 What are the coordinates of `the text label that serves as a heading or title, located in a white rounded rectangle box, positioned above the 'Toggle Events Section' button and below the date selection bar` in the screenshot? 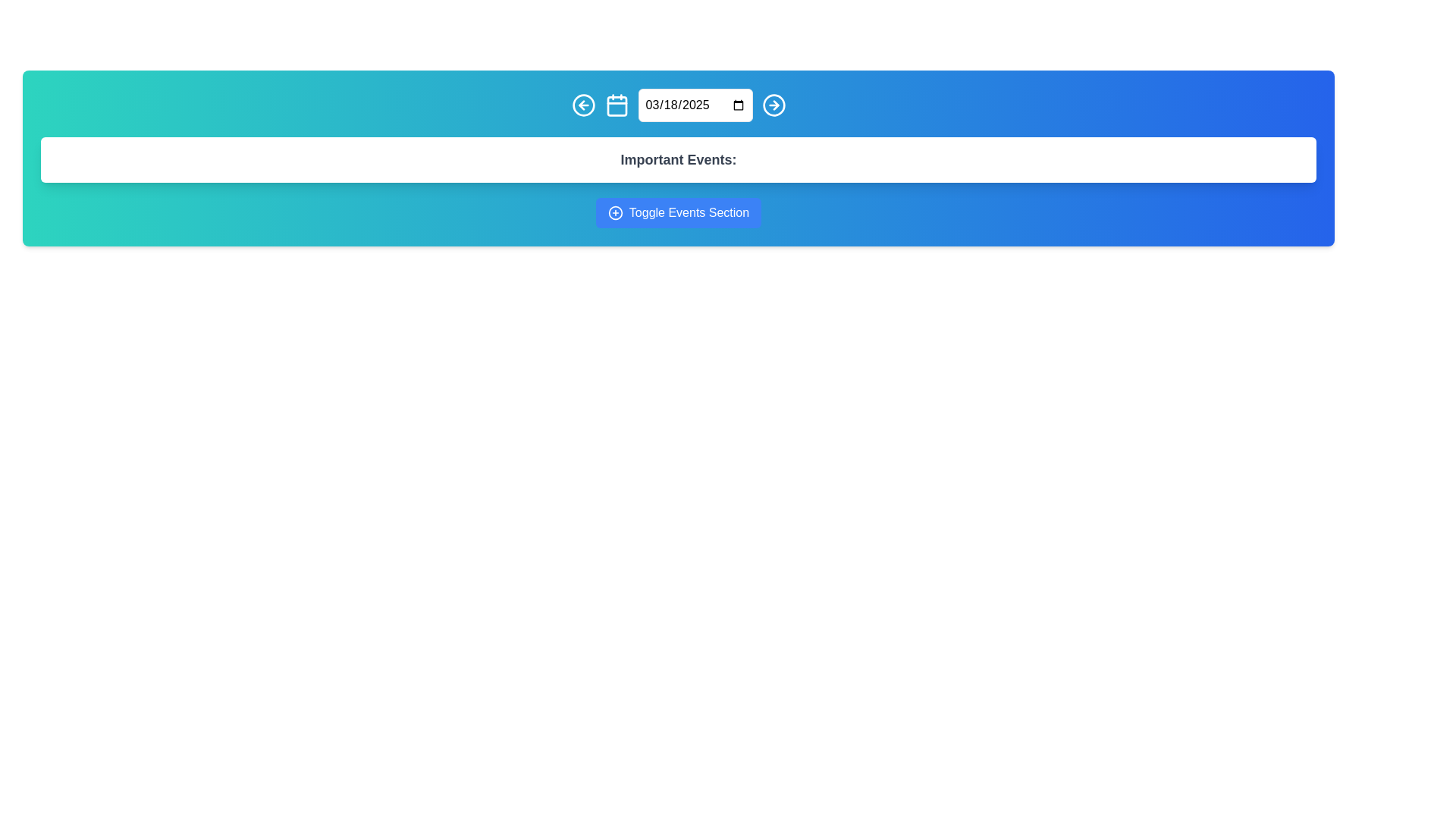 It's located at (677, 160).